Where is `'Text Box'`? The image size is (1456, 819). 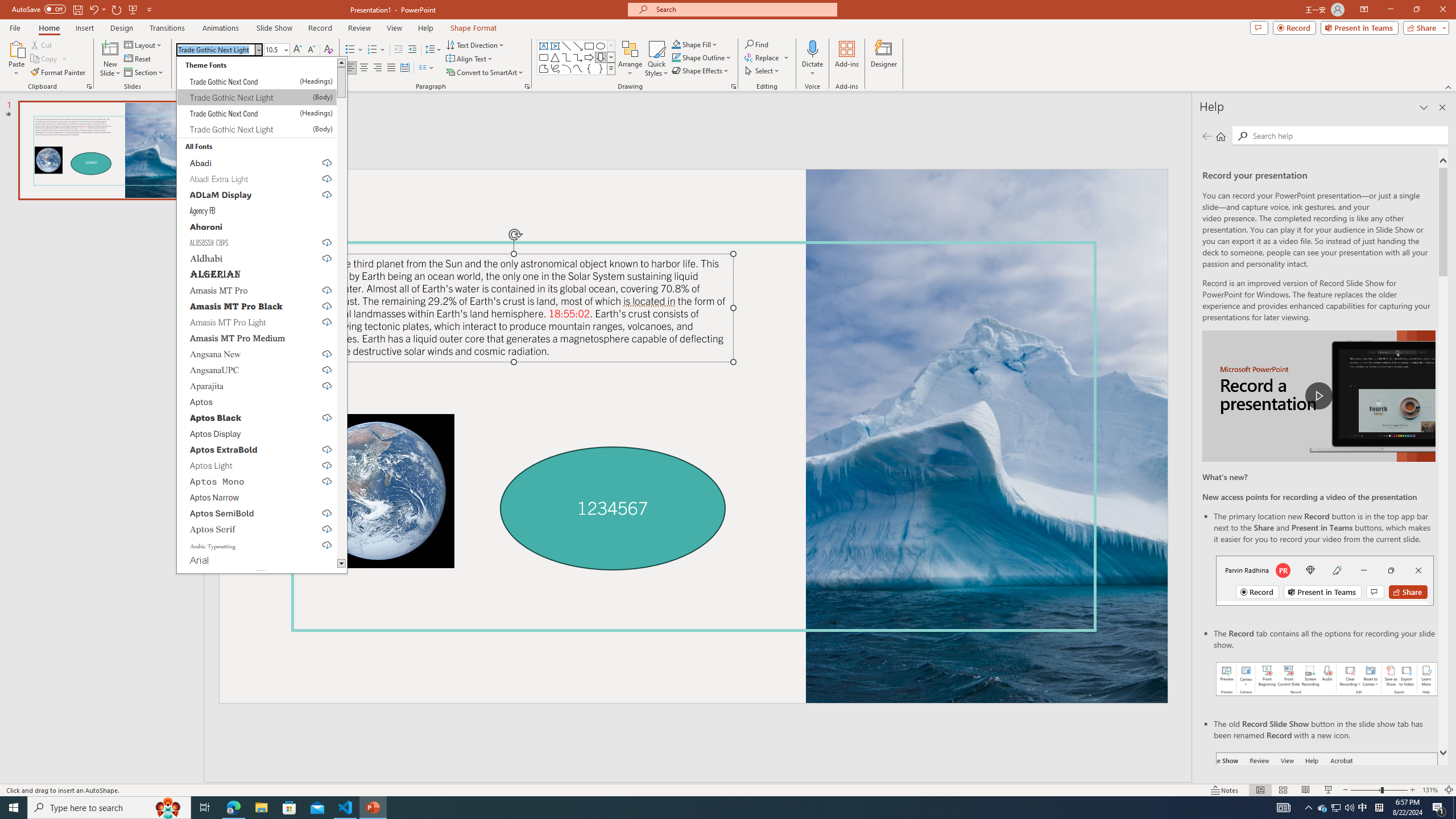
'Text Box' is located at coordinates (543, 45).